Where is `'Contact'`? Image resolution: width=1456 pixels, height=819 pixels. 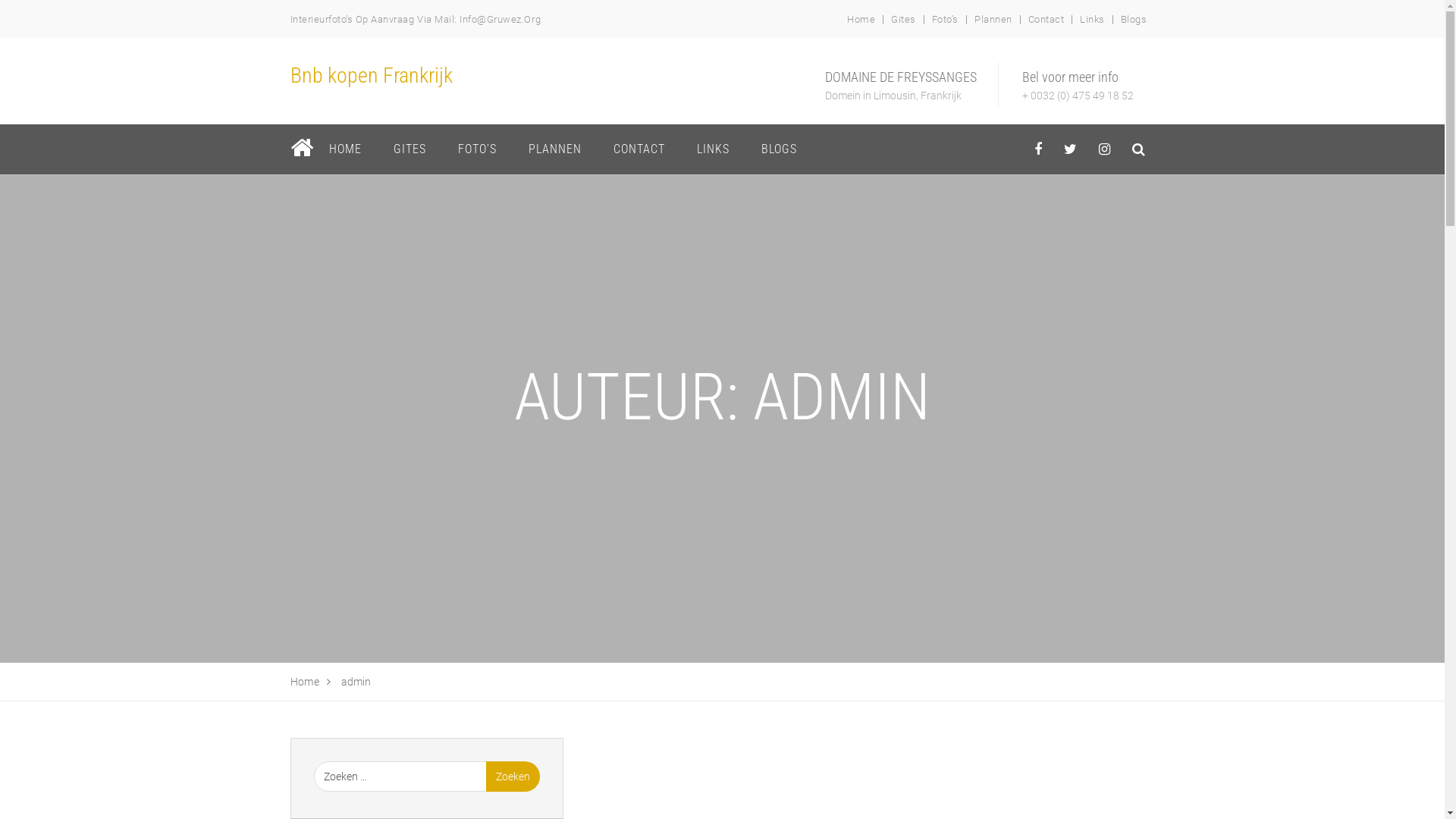
'Contact' is located at coordinates (1046, 19).